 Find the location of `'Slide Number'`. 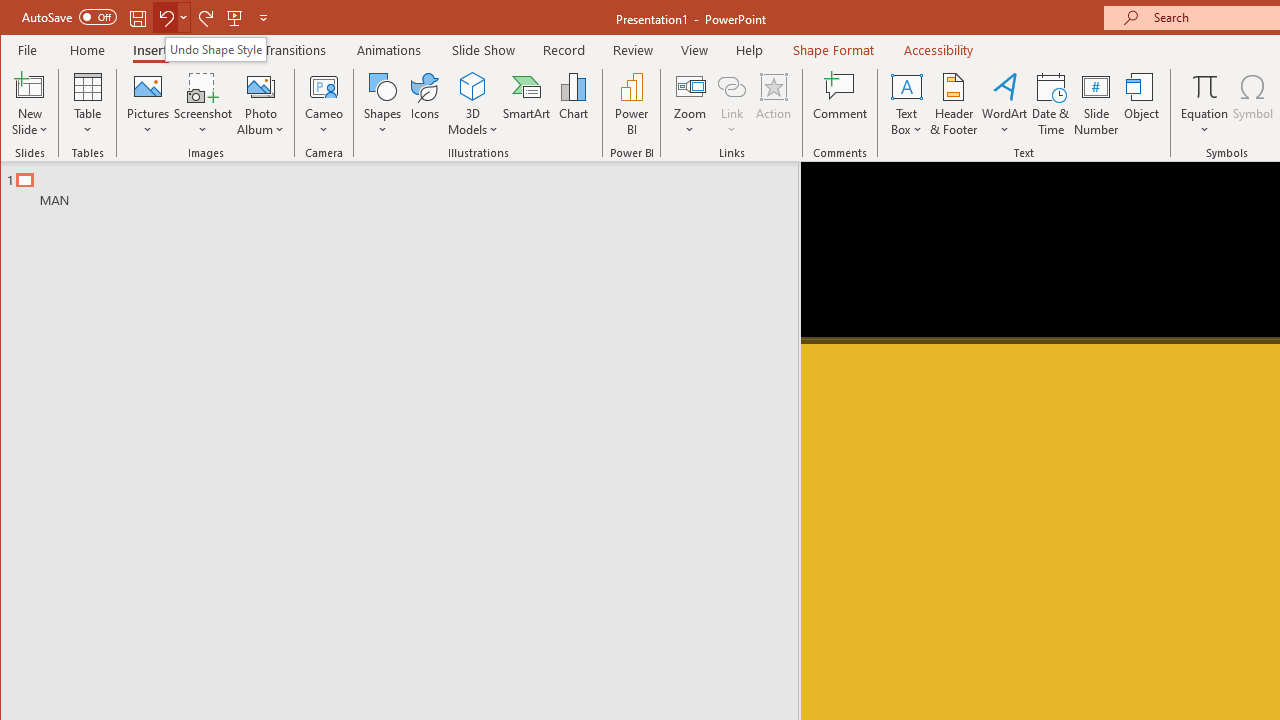

'Slide Number' is located at coordinates (1095, 104).